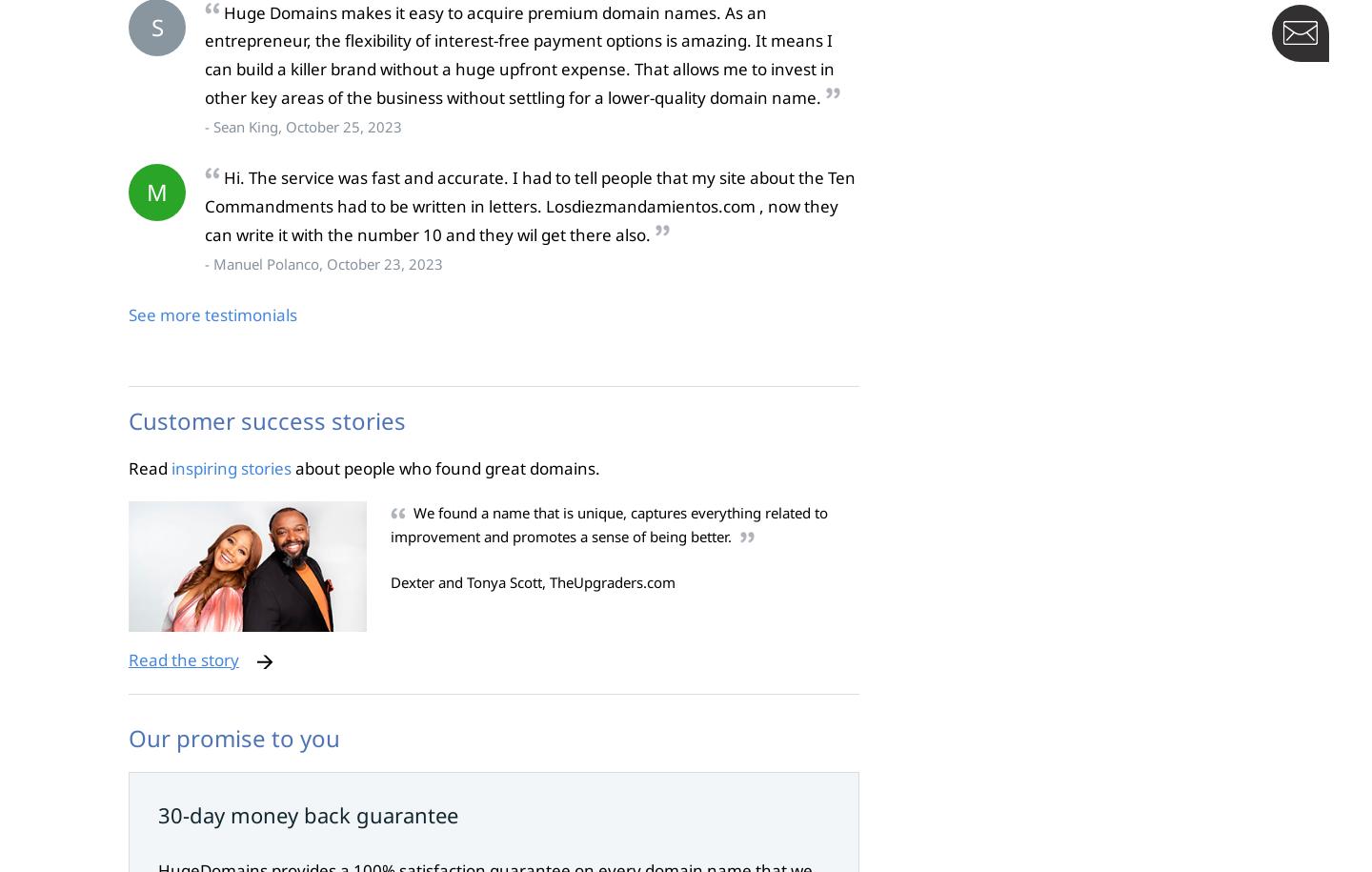 The height and width of the screenshot is (872, 1372). Describe the element at coordinates (323, 261) in the screenshot. I see `'- Manuel Polanco, October 23, 2023'` at that location.